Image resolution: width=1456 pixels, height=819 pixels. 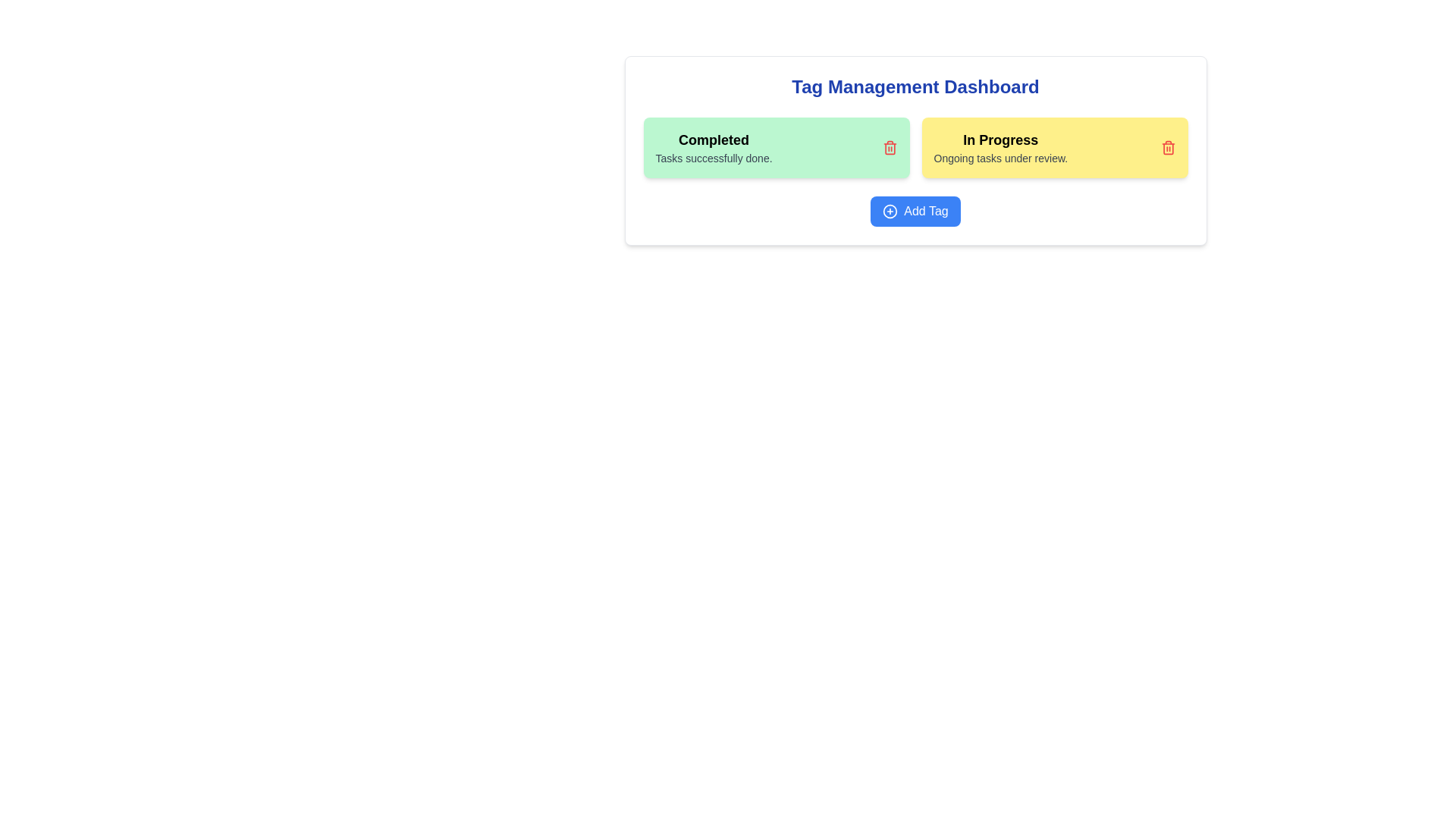 What do you see at coordinates (1054, 148) in the screenshot?
I see `the 'In Progress' status indicator card located on the right side of the layout, under 'Tag Management Dashboard'` at bounding box center [1054, 148].